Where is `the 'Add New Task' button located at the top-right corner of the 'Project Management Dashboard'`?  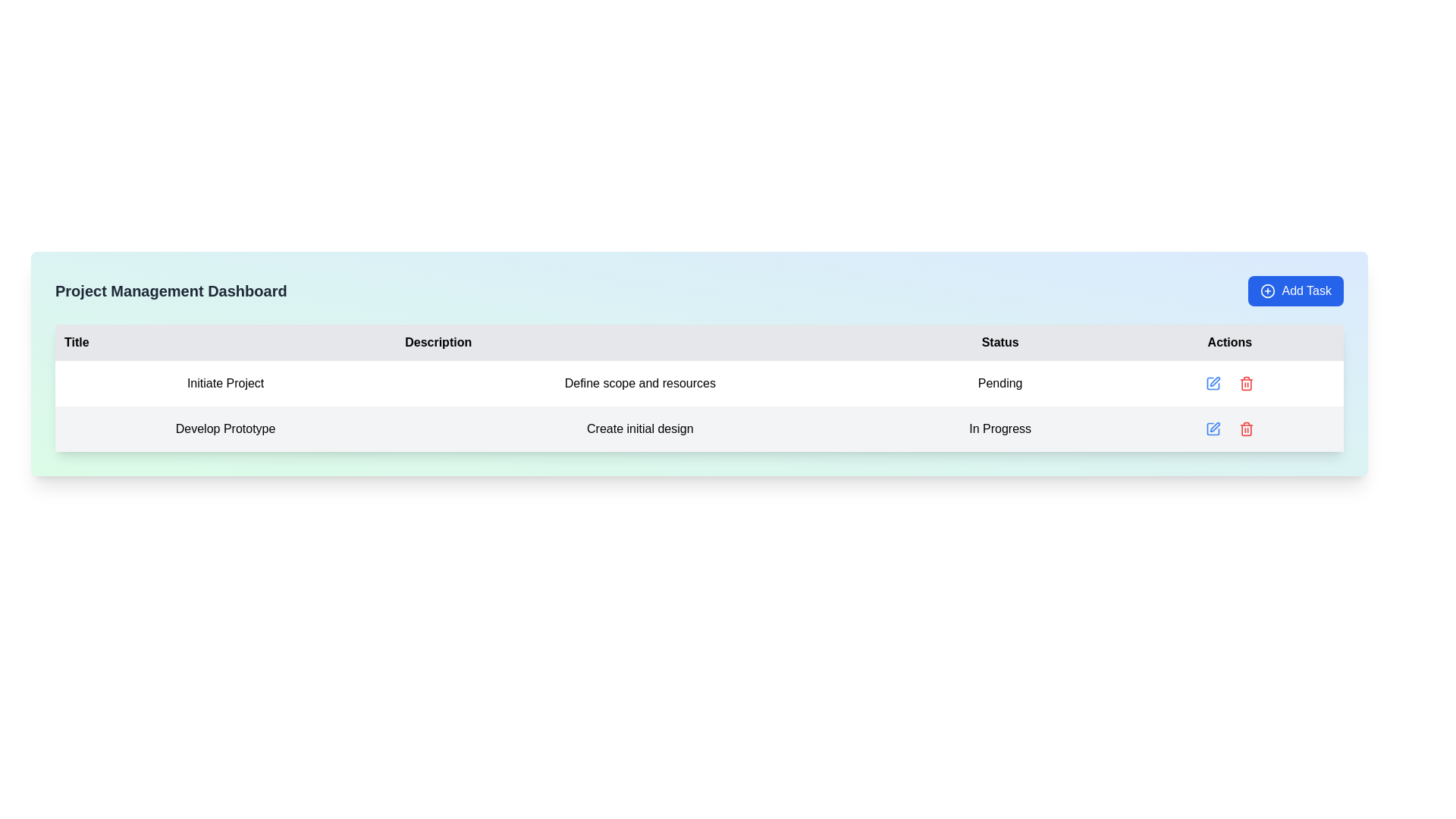
the 'Add New Task' button located at the top-right corner of the 'Project Management Dashboard' is located at coordinates (1295, 291).